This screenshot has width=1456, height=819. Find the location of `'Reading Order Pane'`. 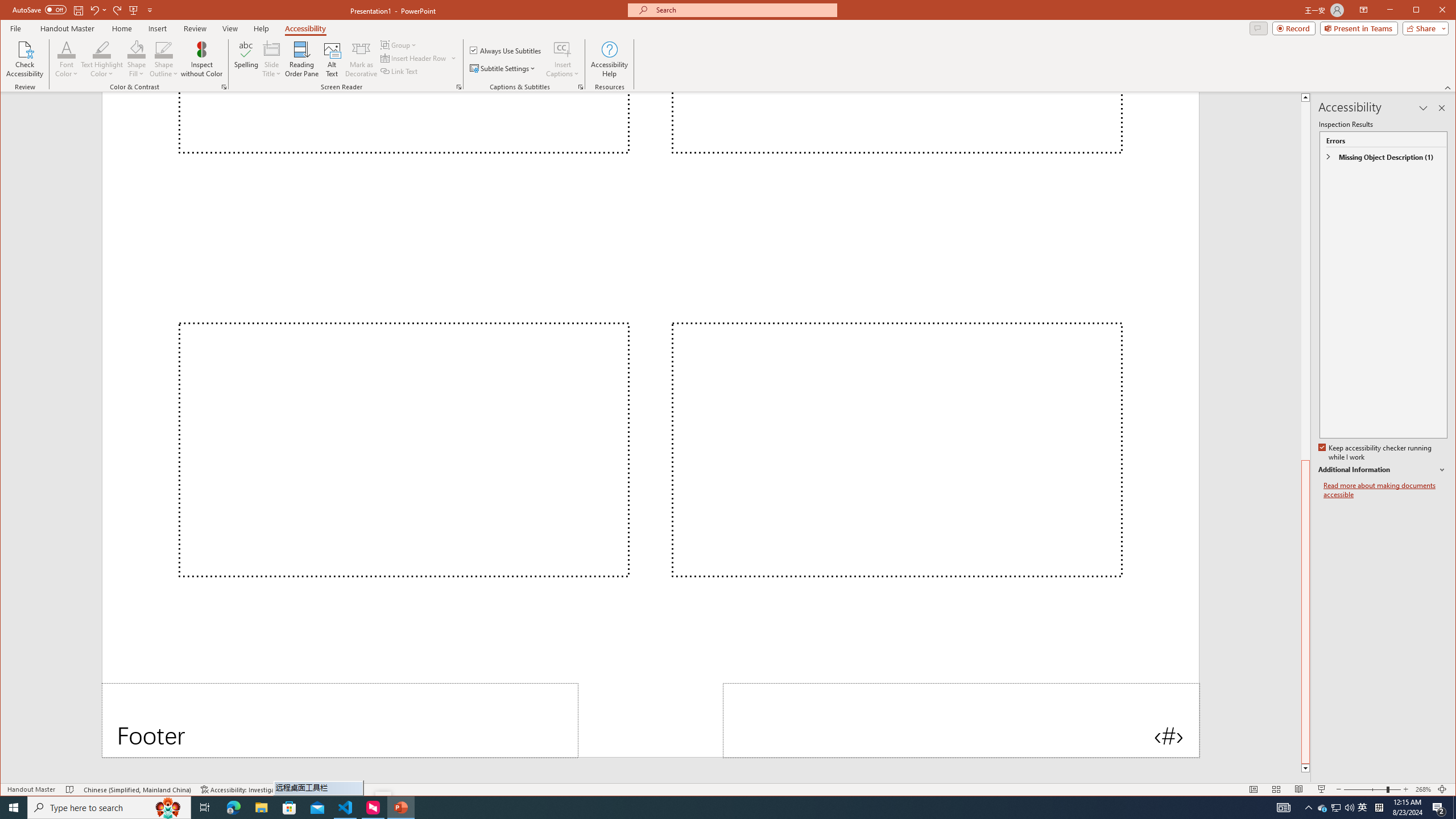

'Reading Order Pane' is located at coordinates (301, 59).